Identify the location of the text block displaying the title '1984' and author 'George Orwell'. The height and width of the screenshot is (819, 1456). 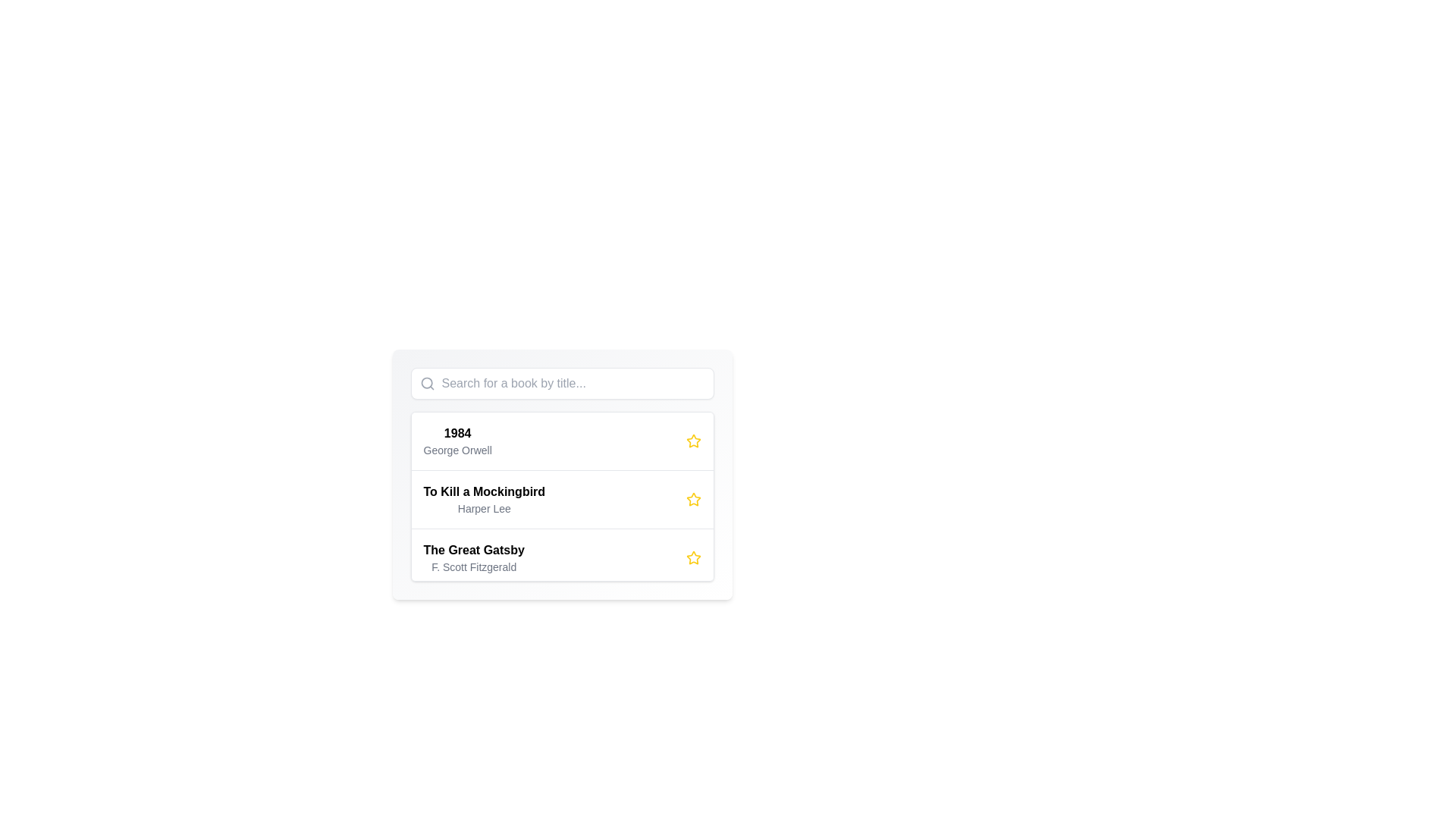
(457, 441).